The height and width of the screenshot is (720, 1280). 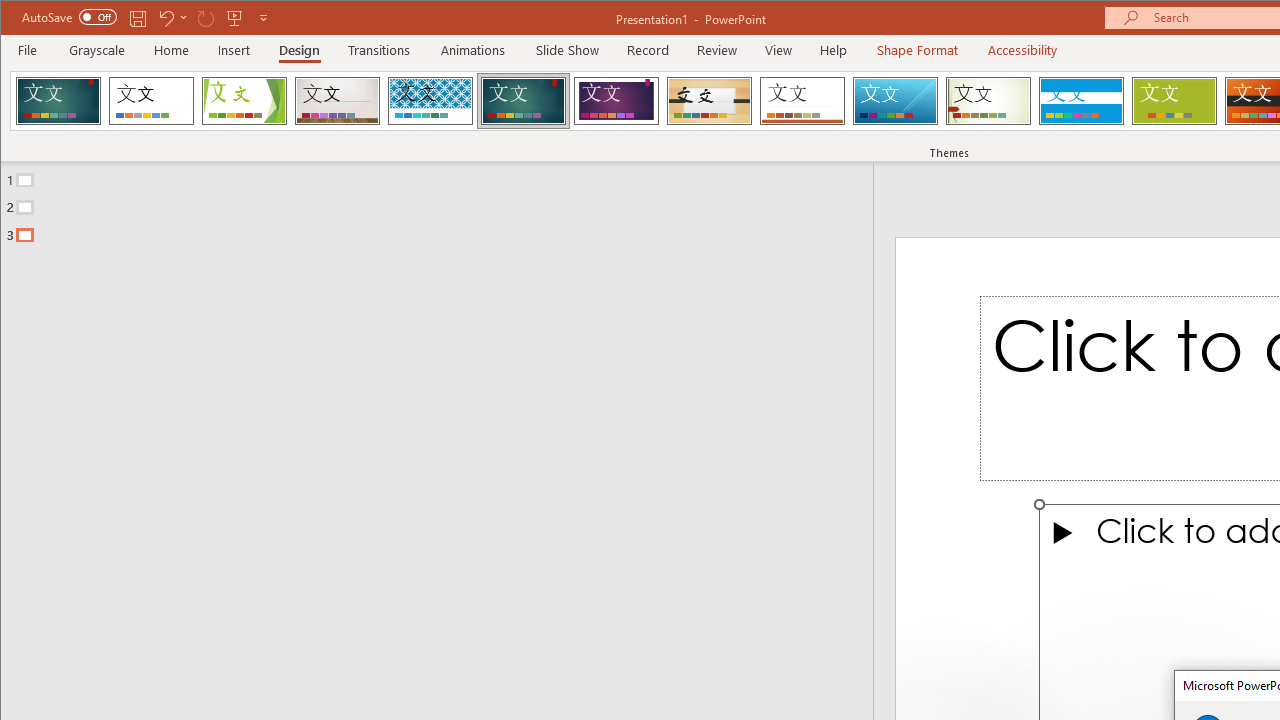 What do you see at coordinates (1080, 100) in the screenshot?
I see `'Banded'` at bounding box center [1080, 100].